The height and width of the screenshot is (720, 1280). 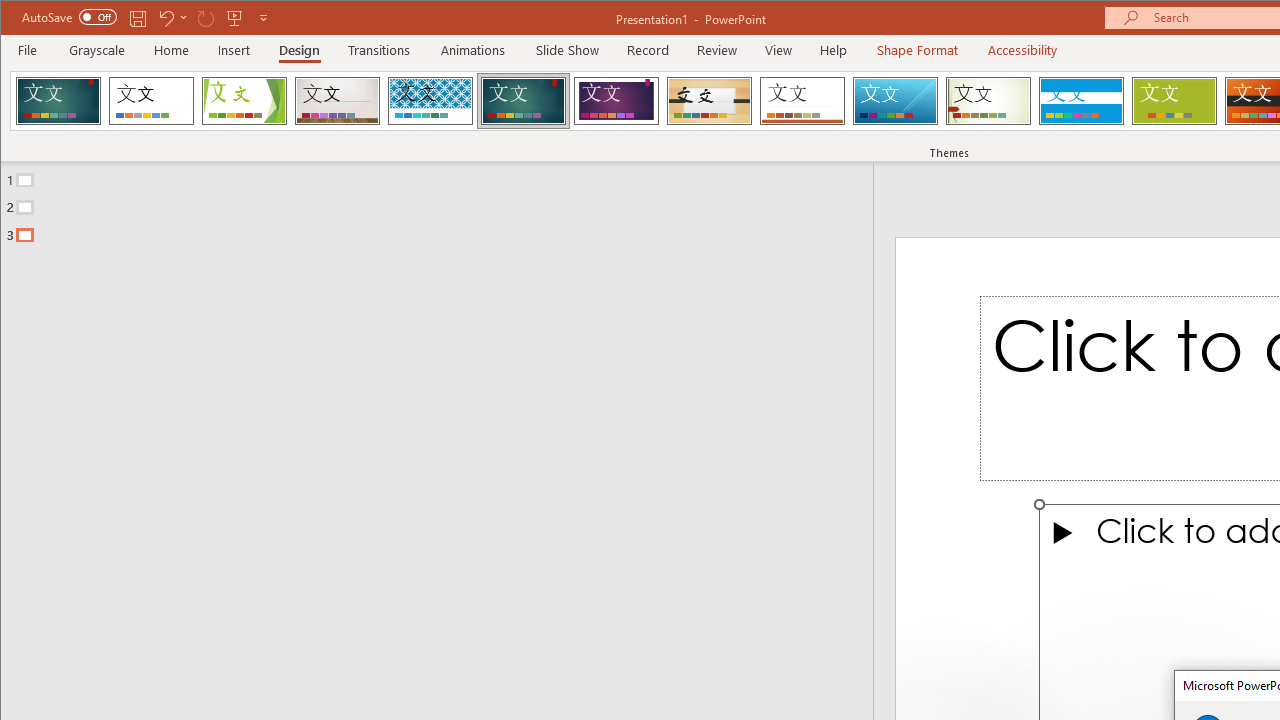 What do you see at coordinates (1080, 100) in the screenshot?
I see `'Banded'` at bounding box center [1080, 100].